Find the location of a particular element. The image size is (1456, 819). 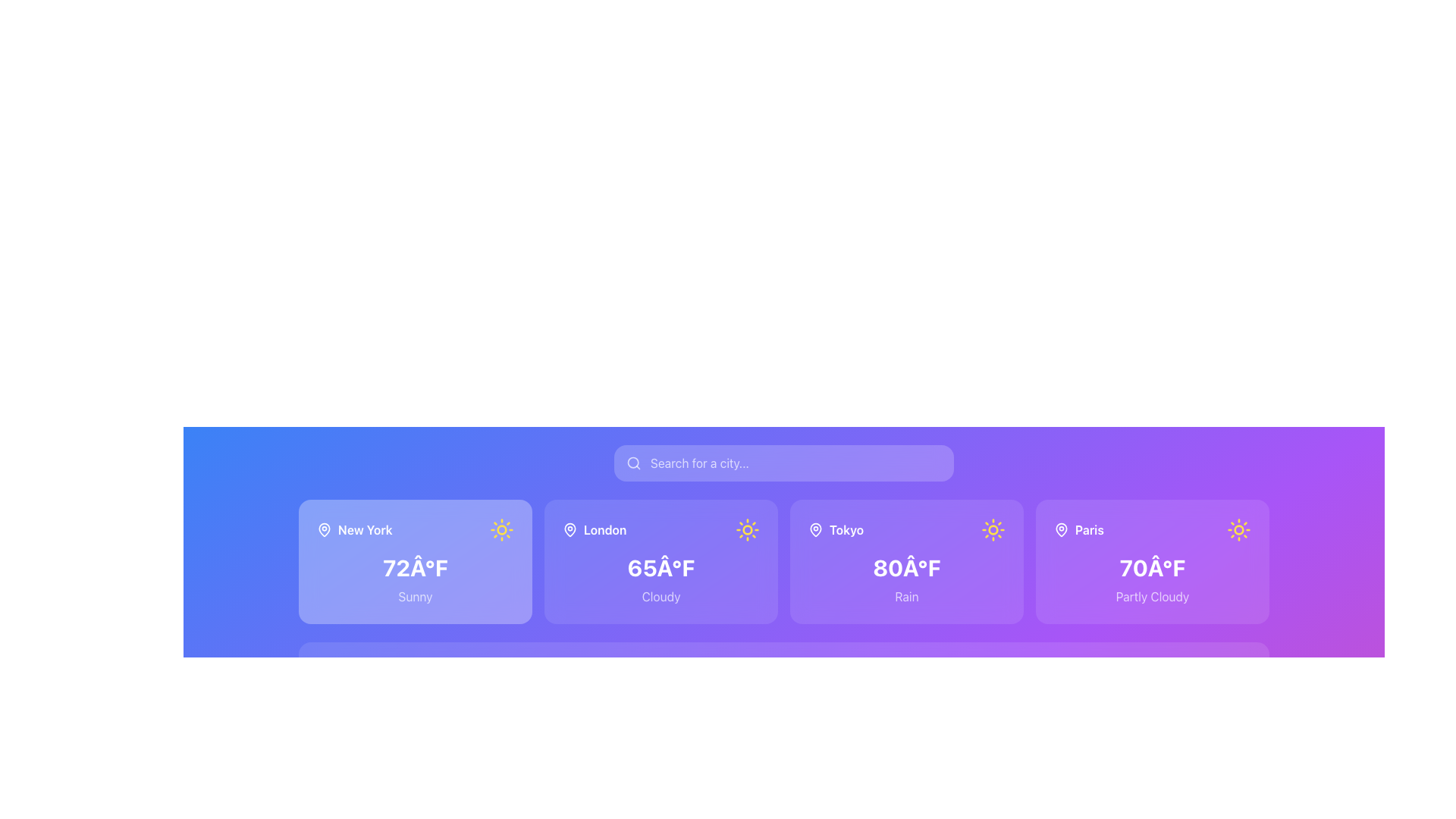

the circular part of the search icon located in the top center of the interface is located at coordinates (633, 462).